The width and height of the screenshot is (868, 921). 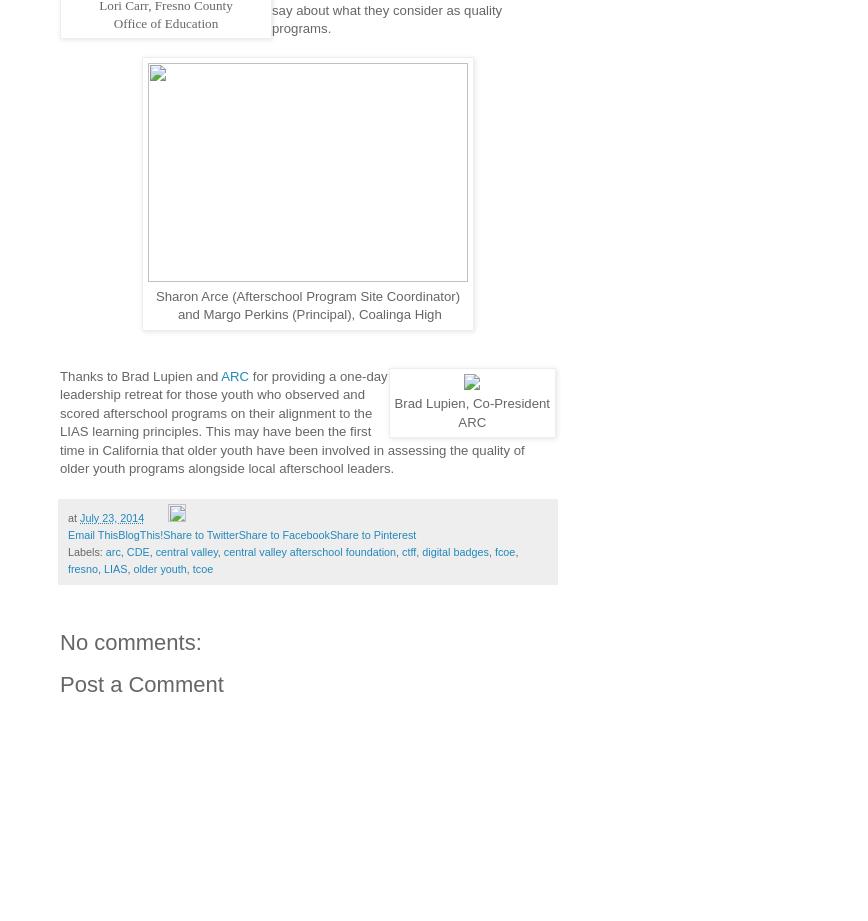 What do you see at coordinates (82, 567) in the screenshot?
I see `'fresno'` at bounding box center [82, 567].